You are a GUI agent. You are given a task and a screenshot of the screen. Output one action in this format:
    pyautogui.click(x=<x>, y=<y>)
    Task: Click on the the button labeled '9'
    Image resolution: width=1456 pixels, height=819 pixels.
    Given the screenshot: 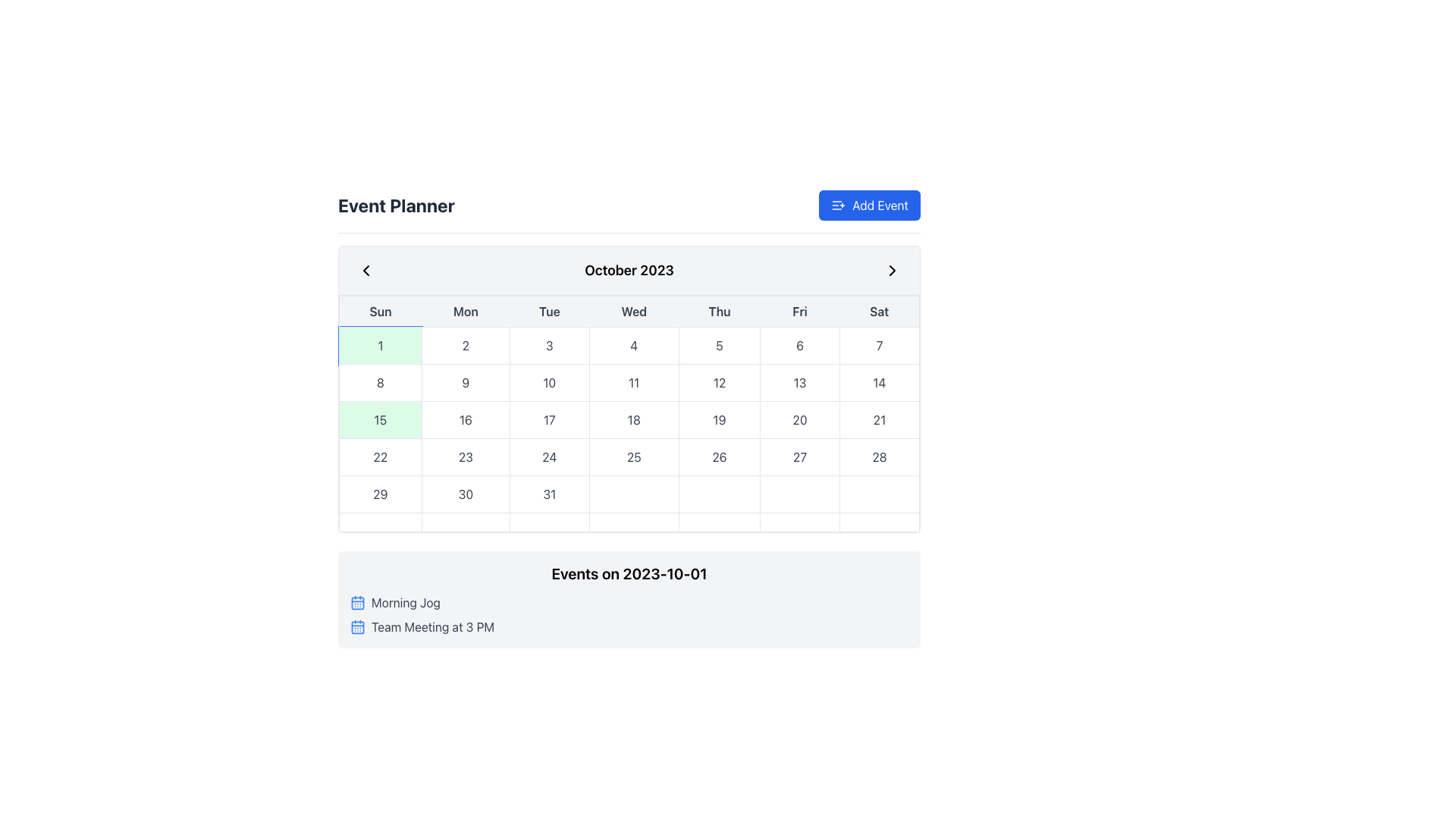 What is the action you would take?
    pyautogui.click(x=465, y=382)
    